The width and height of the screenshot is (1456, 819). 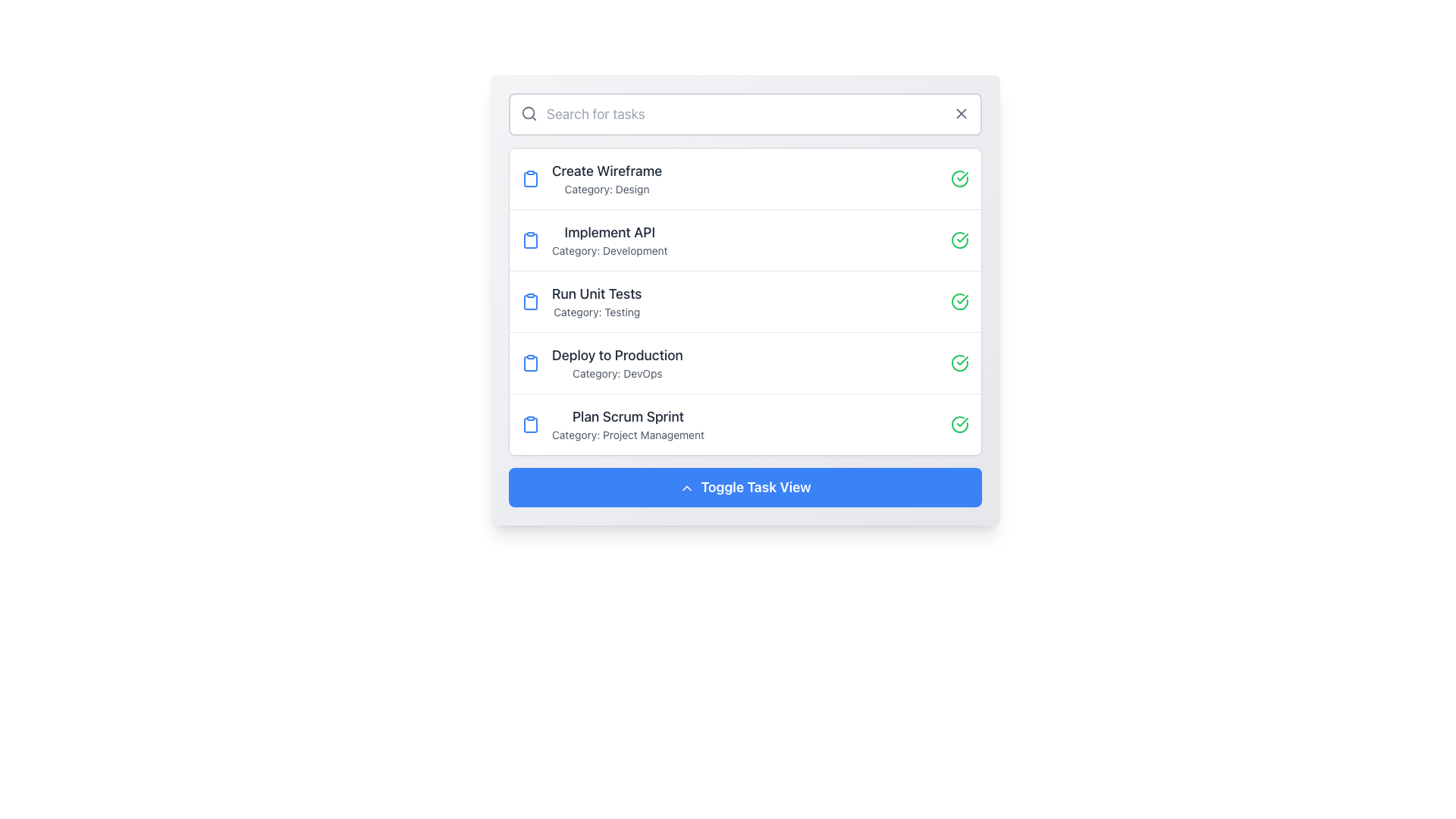 What do you see at coordinates (959, 362) in the screenshot?
I see `the green circular checkmark icon indicating a completed action, located on the far right side of the 'Deploy to Production Category: DevOps' row` at bounding box center [959, 362].